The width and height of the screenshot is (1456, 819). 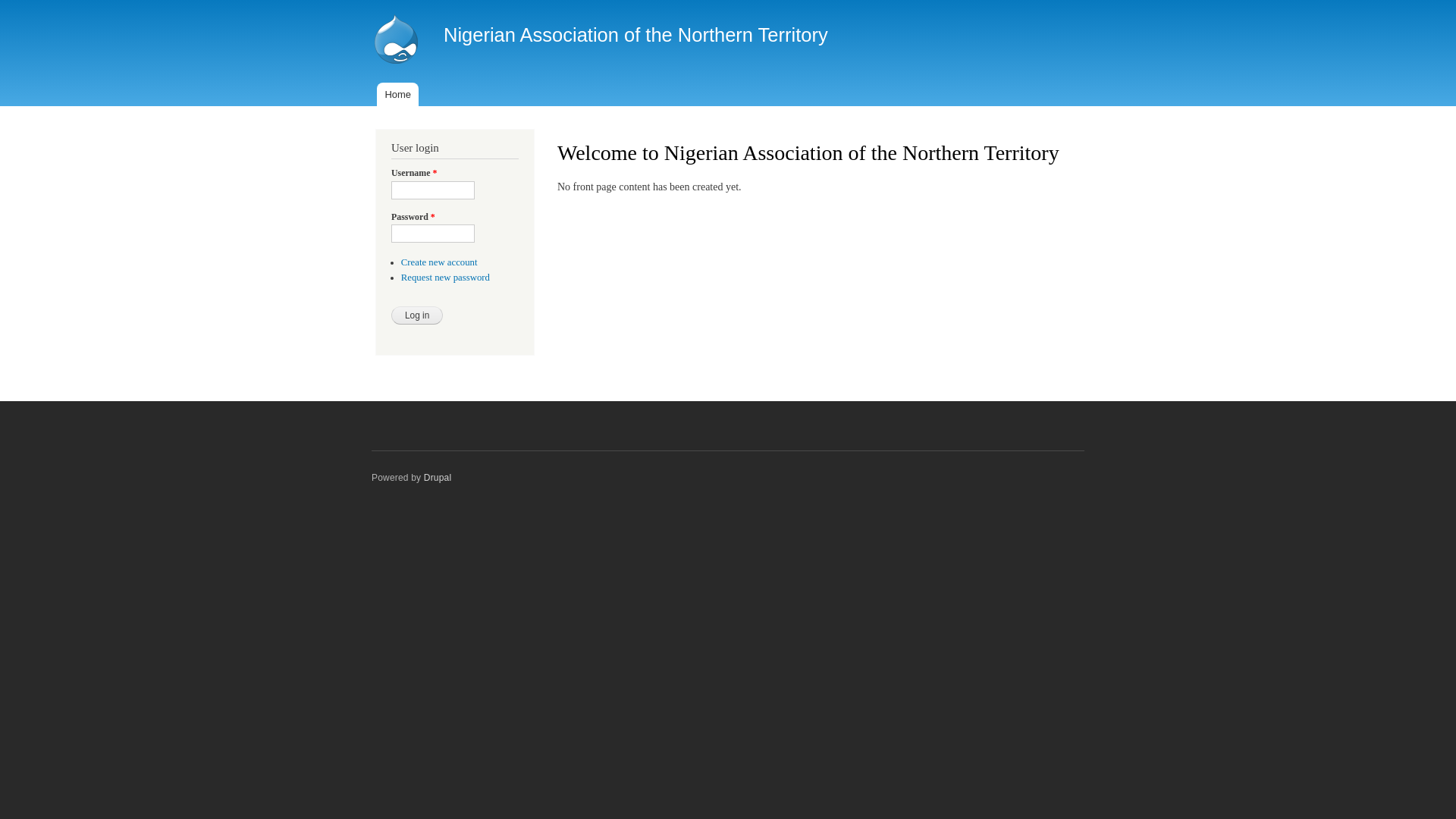 What do you see at coordinates (437, 476) in the screenshot?
I see `'Drupal'` at bounding box center [437, 476].